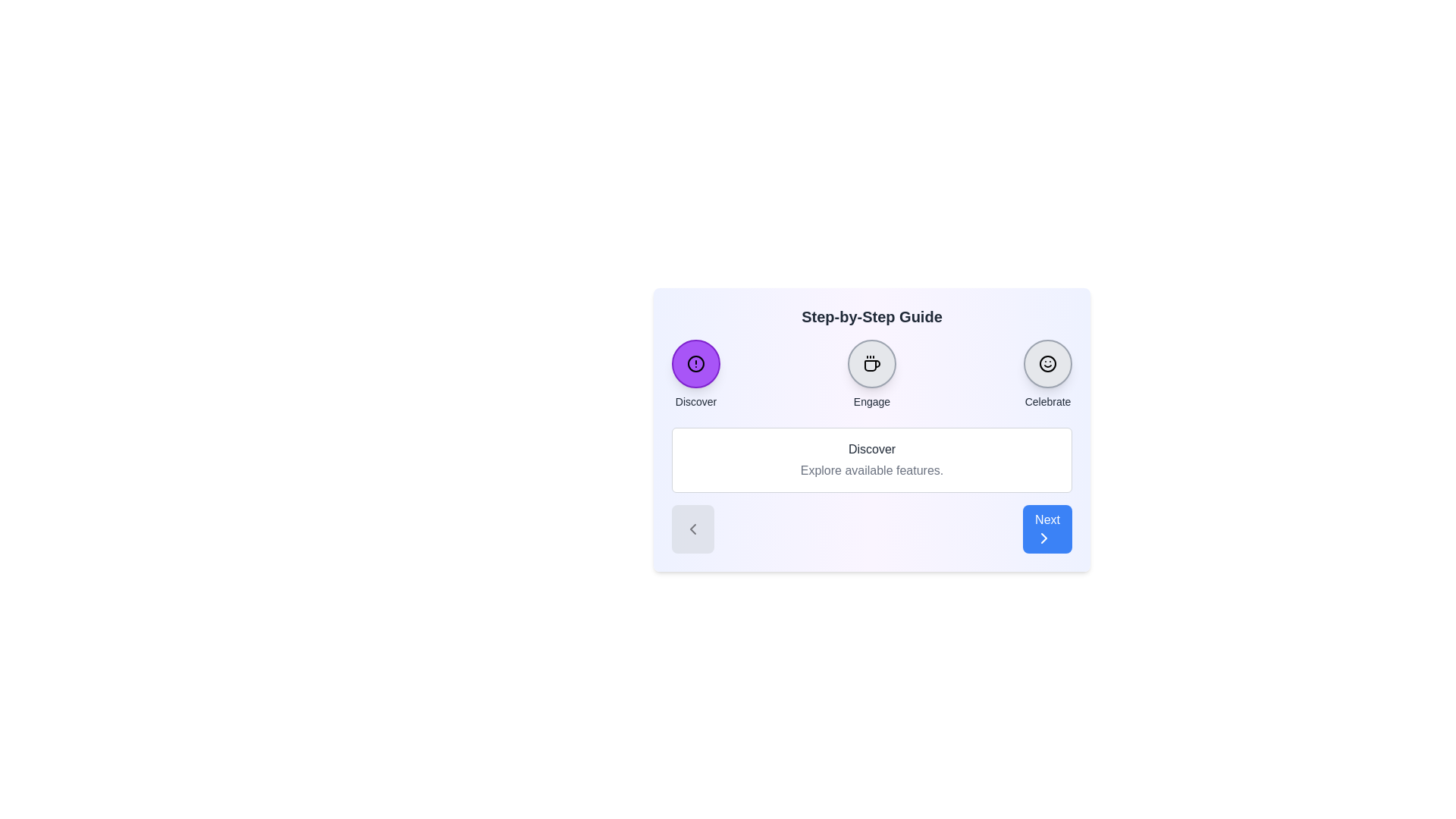 This screenshot has height=819, width=1456. What do you see at coordinates (872, 470) in the screenshot?
I see `the text display that reads 'Explore available features.' which is styled with gray color and located within a white-bordered card, immediately below the text 'Discover'` at bounding box center [872, 470].